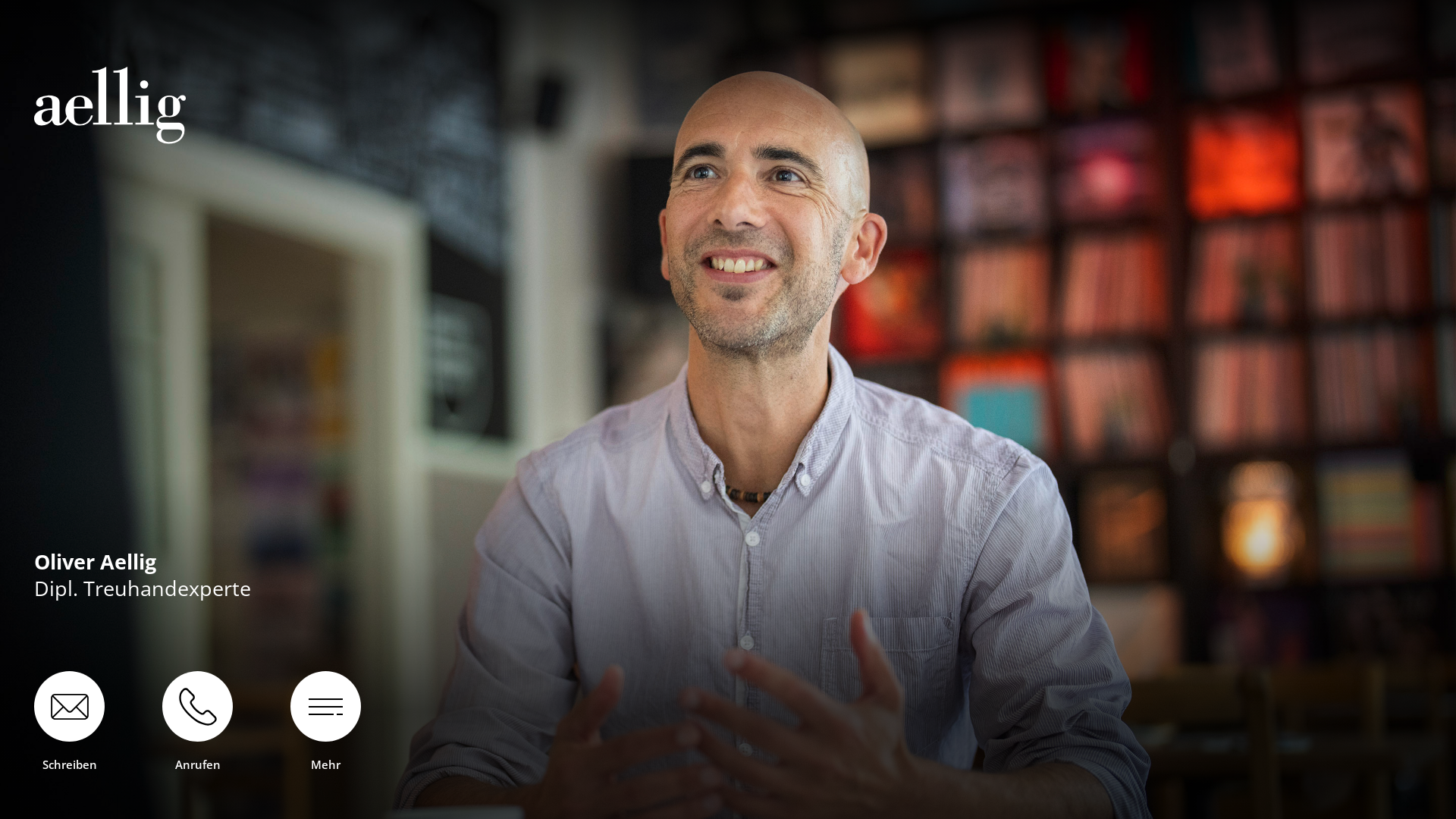  What do you see at coordinates (196, 720) in the screenshot?
I see `'Anrufen'` at bounding box center [196, 720].